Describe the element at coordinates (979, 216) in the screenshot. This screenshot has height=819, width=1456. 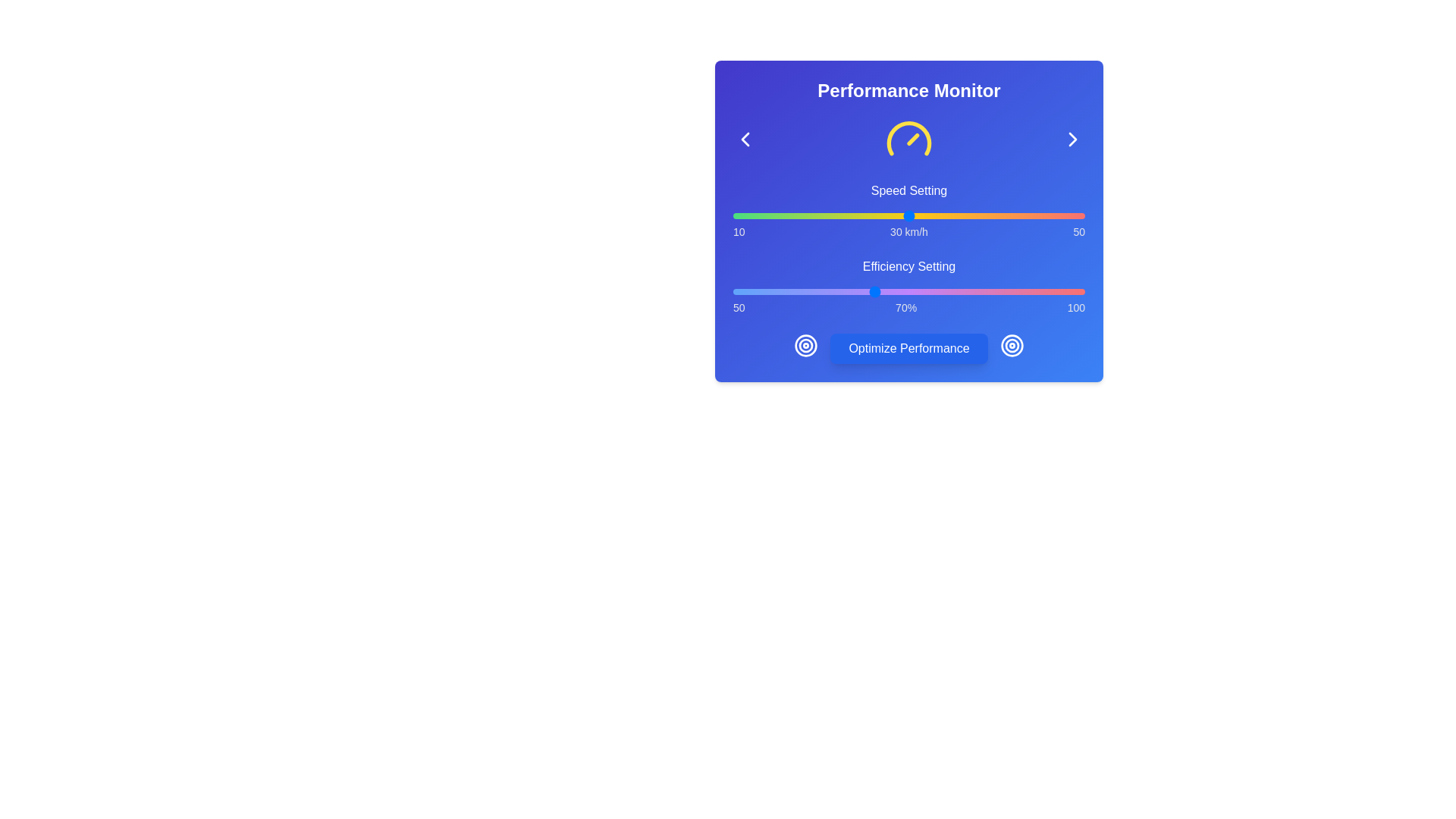
I see `the speed slider to 38 km/h` at that location.